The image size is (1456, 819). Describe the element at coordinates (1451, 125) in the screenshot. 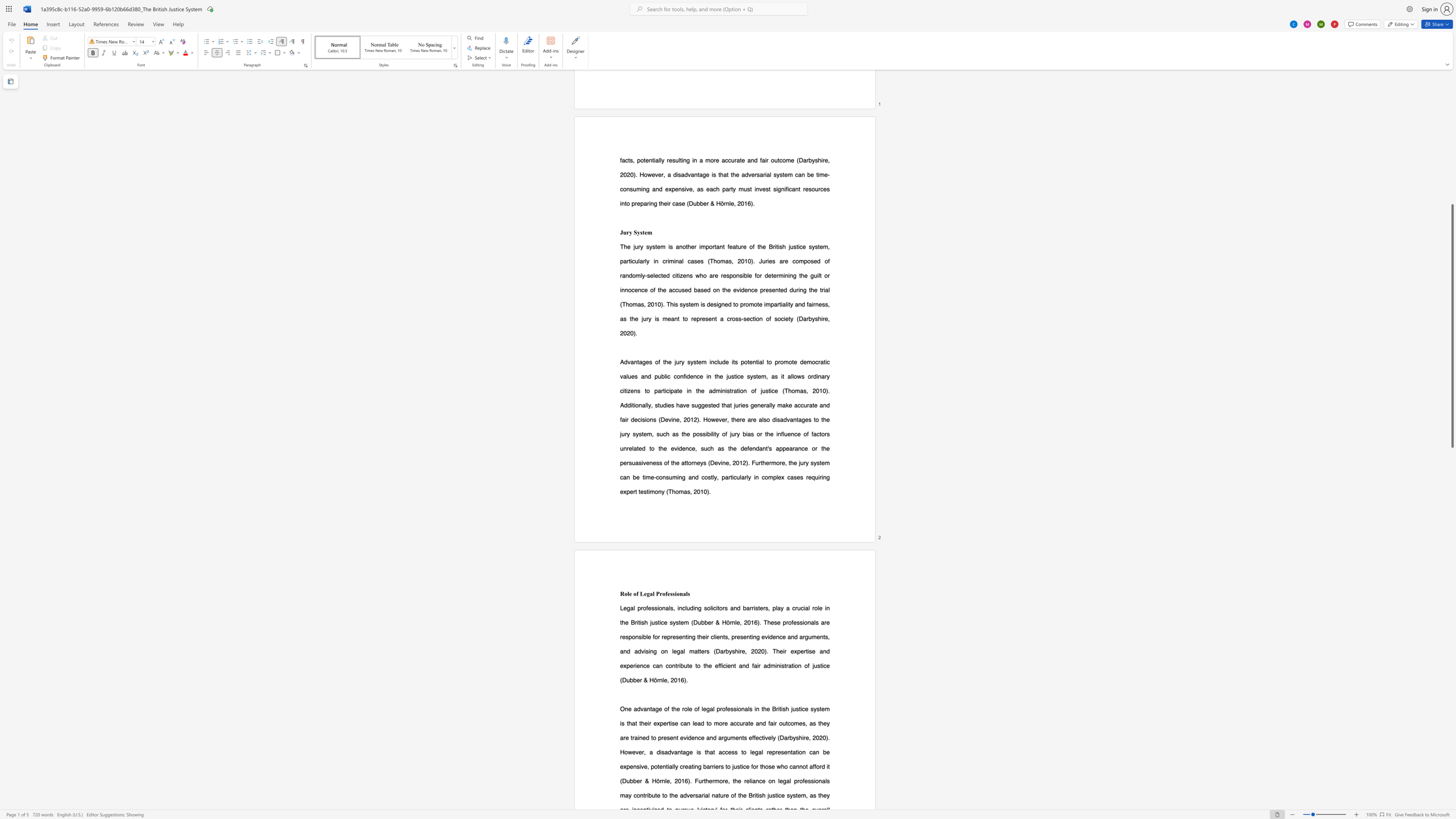

I see `the scrollbar` at that location.